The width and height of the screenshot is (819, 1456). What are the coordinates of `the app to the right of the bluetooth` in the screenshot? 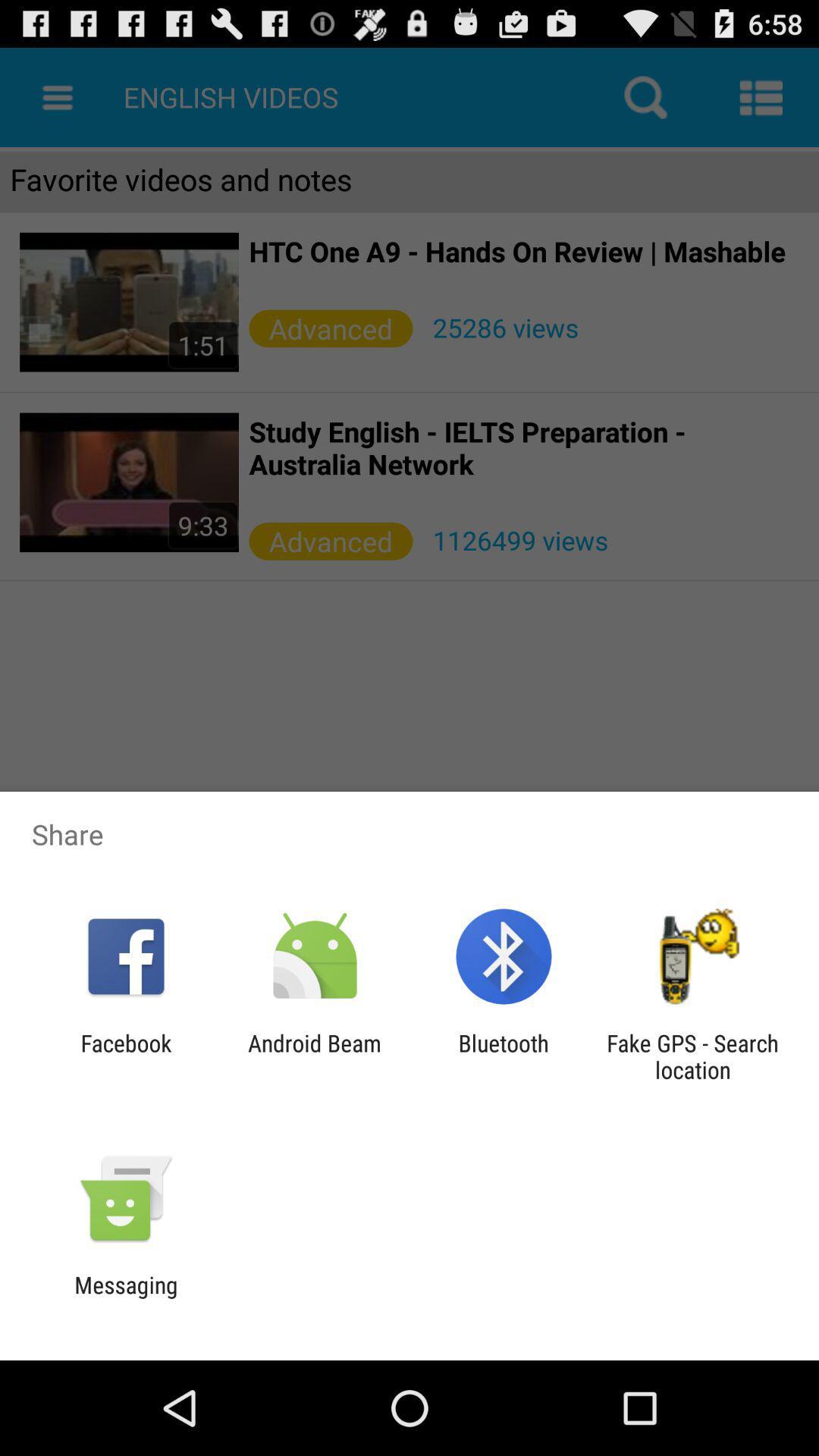 It's located at (692, 1056).